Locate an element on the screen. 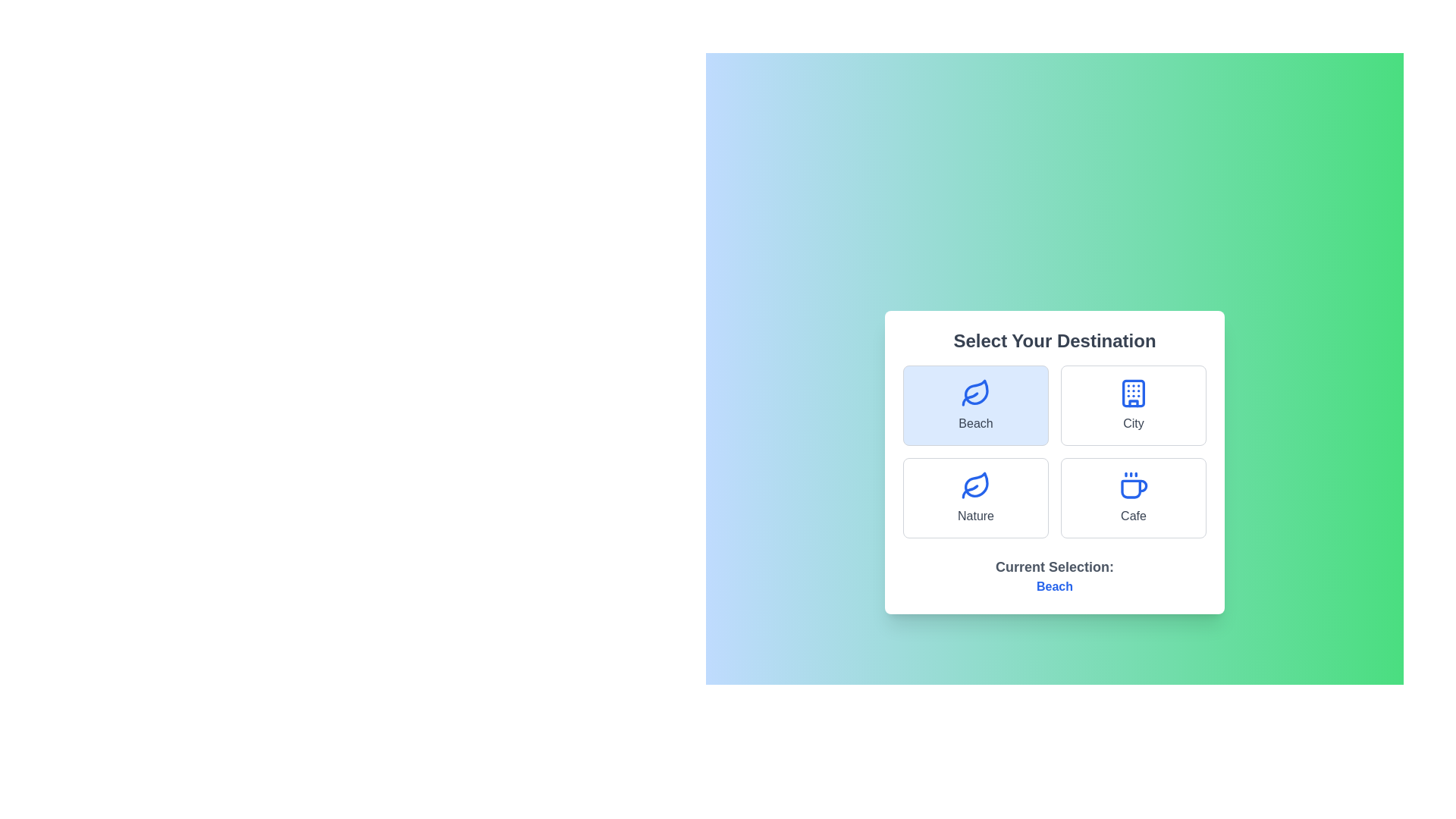 The height and width of the screenshot is (819, 1456). the Cafe option to select it is located at coordinates (1133, 497).